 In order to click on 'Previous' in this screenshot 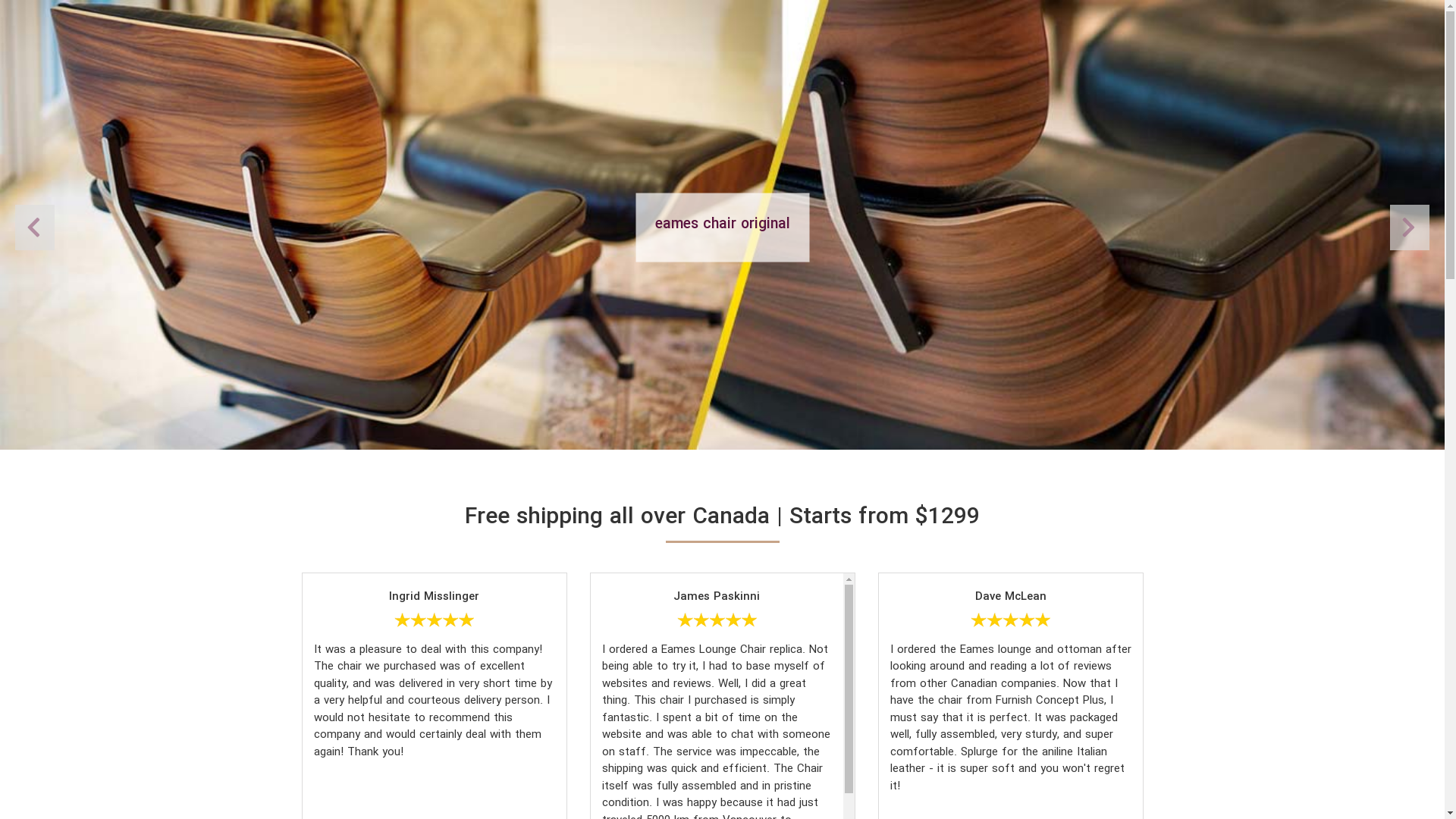, I will do `click(1408, 227)`.